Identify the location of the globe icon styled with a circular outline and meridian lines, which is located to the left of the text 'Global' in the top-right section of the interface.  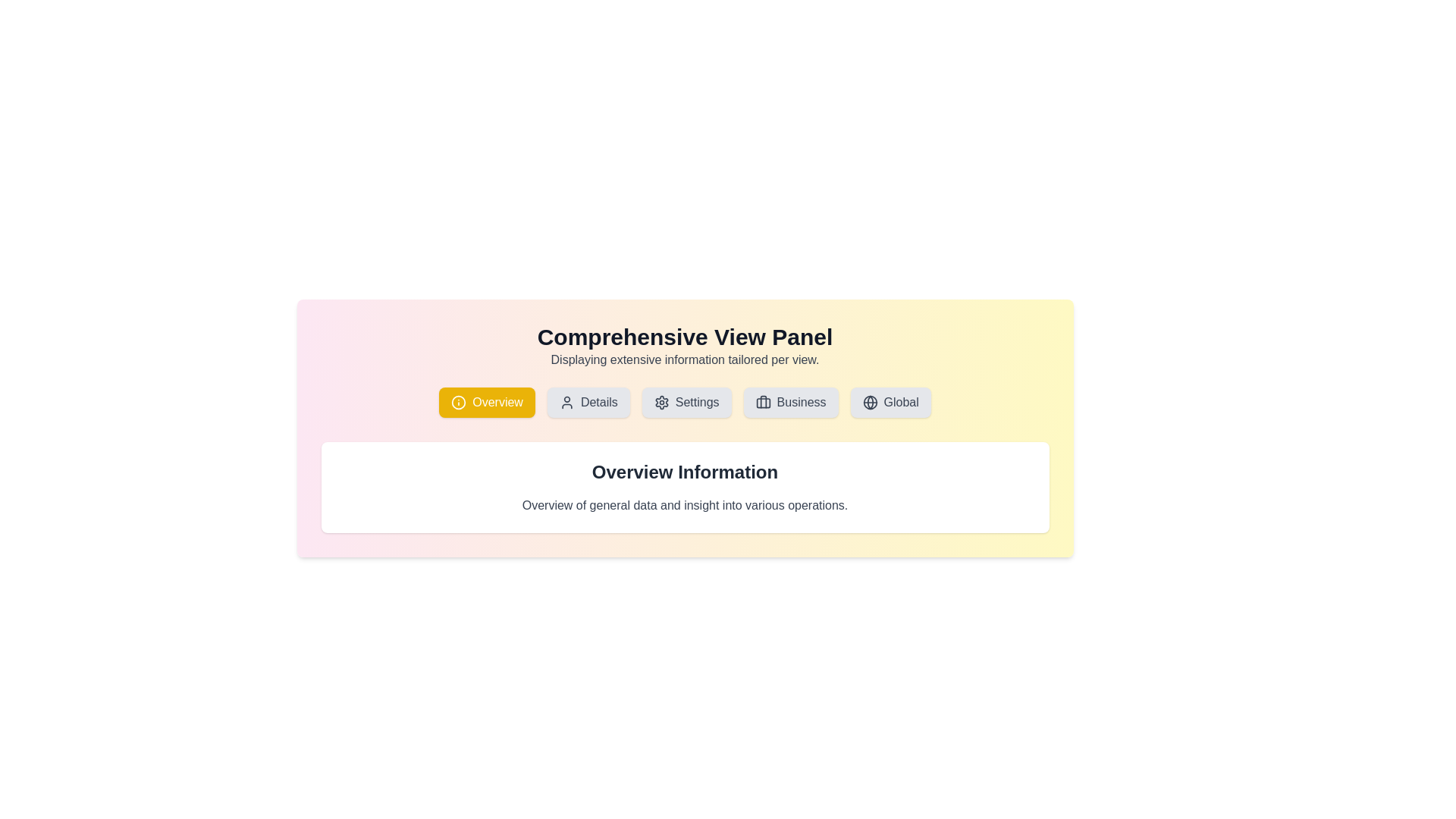
(870, 402).